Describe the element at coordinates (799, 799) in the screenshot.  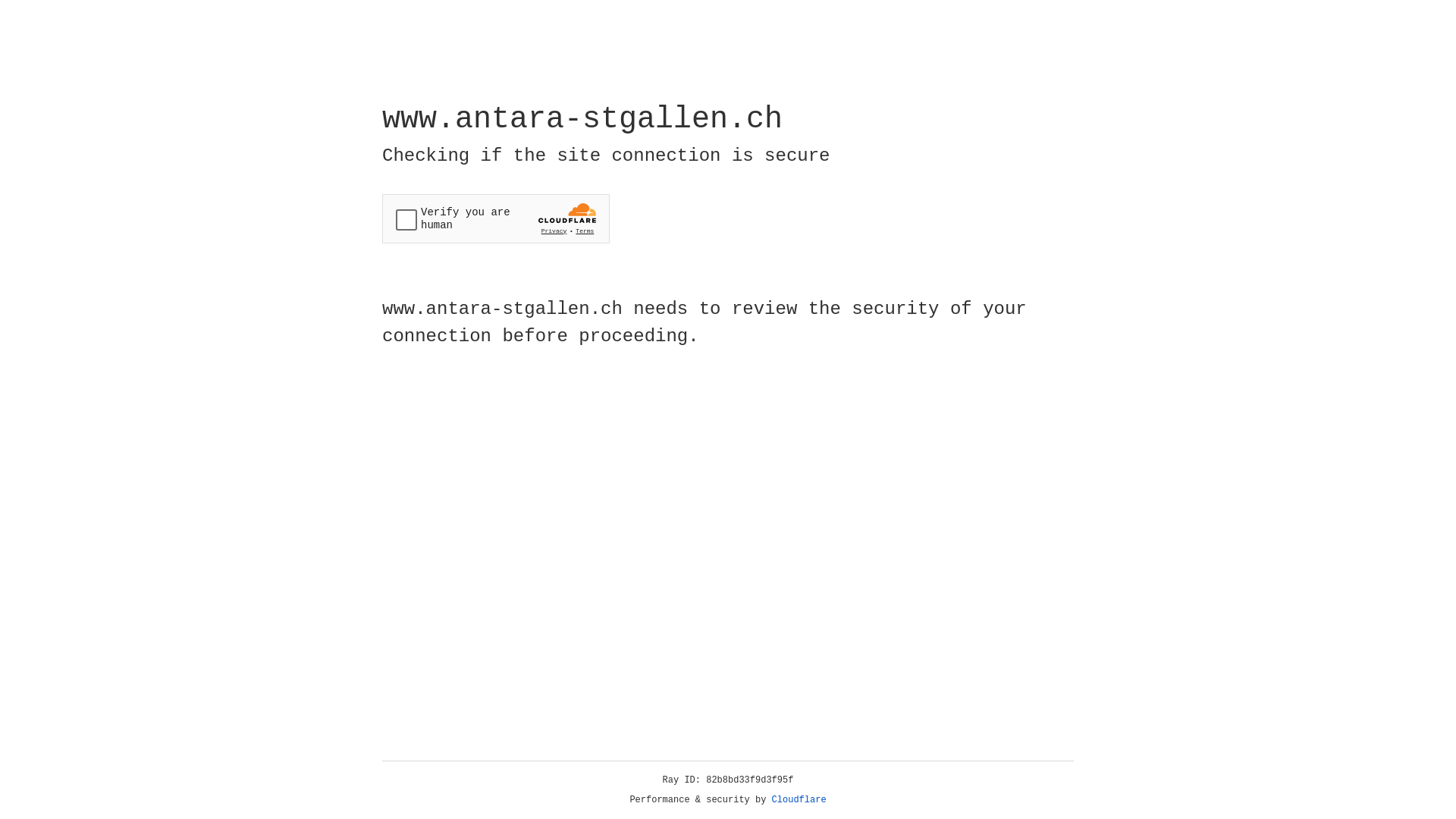
I see `'Cloudflare'` at that location.